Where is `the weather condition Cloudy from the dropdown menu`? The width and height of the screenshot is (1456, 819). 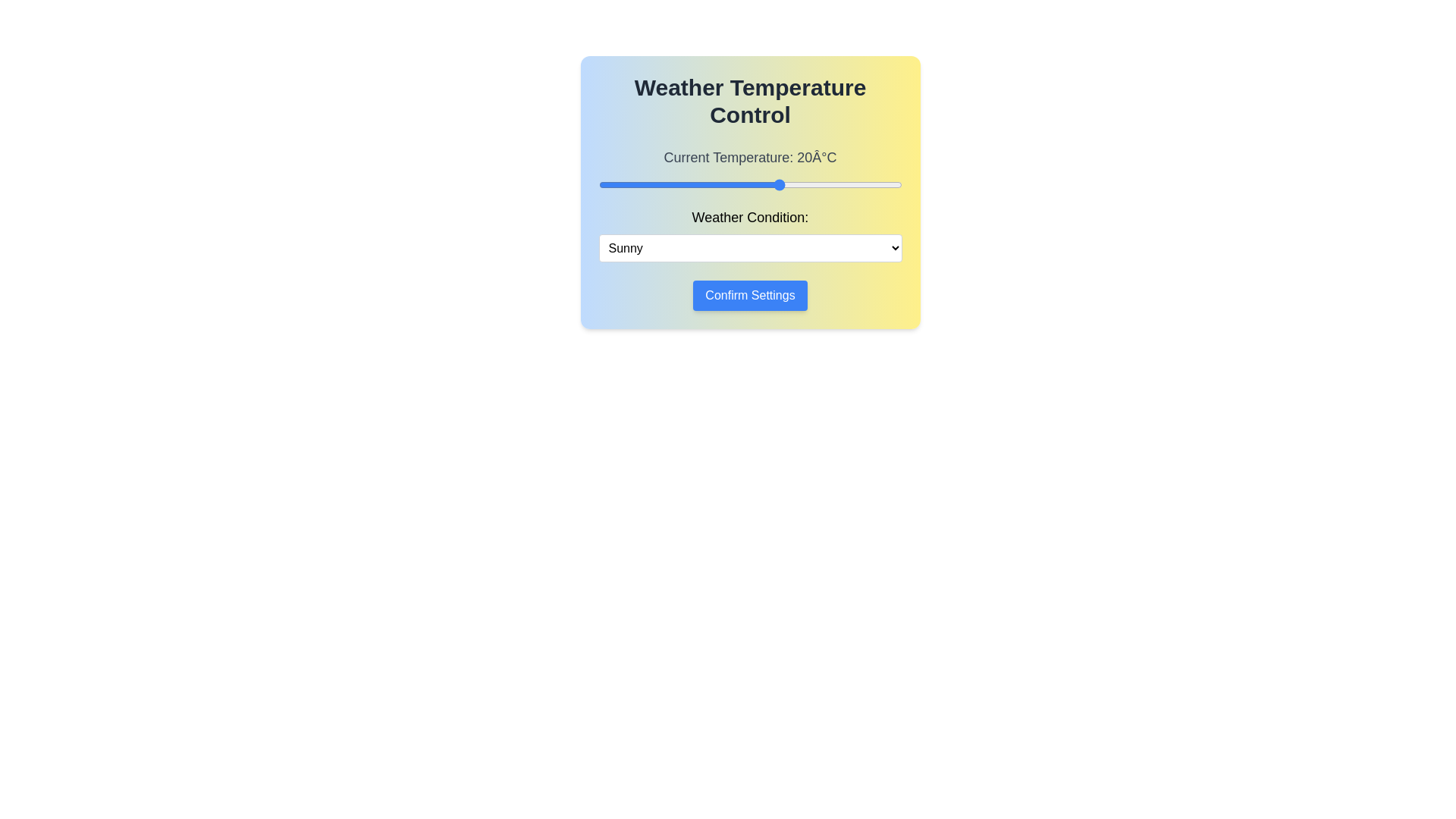 the weather condition Cloudy from the dropdown menu is located at coordinates (750, 247).